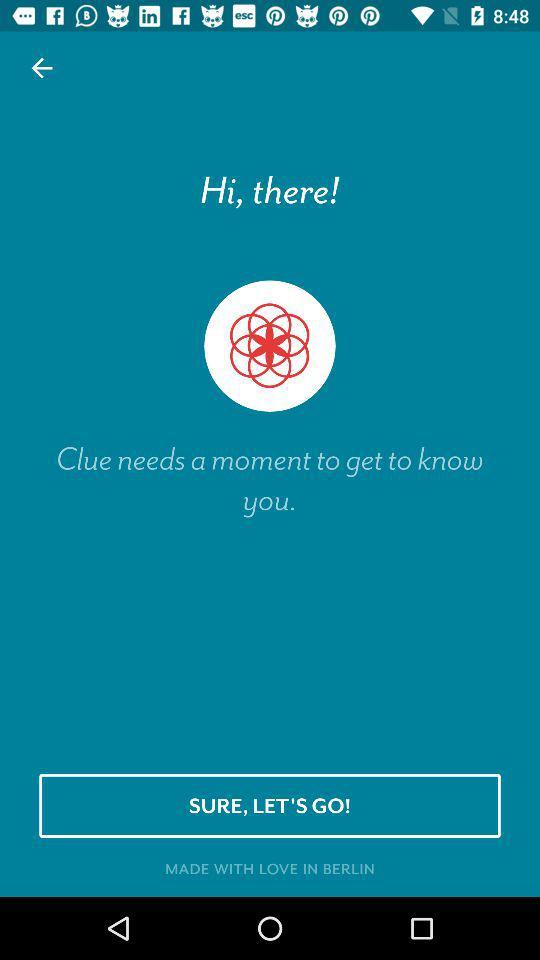 The width and height of the screenshot is (540, 960). I want to click on the arrow_backward icon, so click(42, 68).